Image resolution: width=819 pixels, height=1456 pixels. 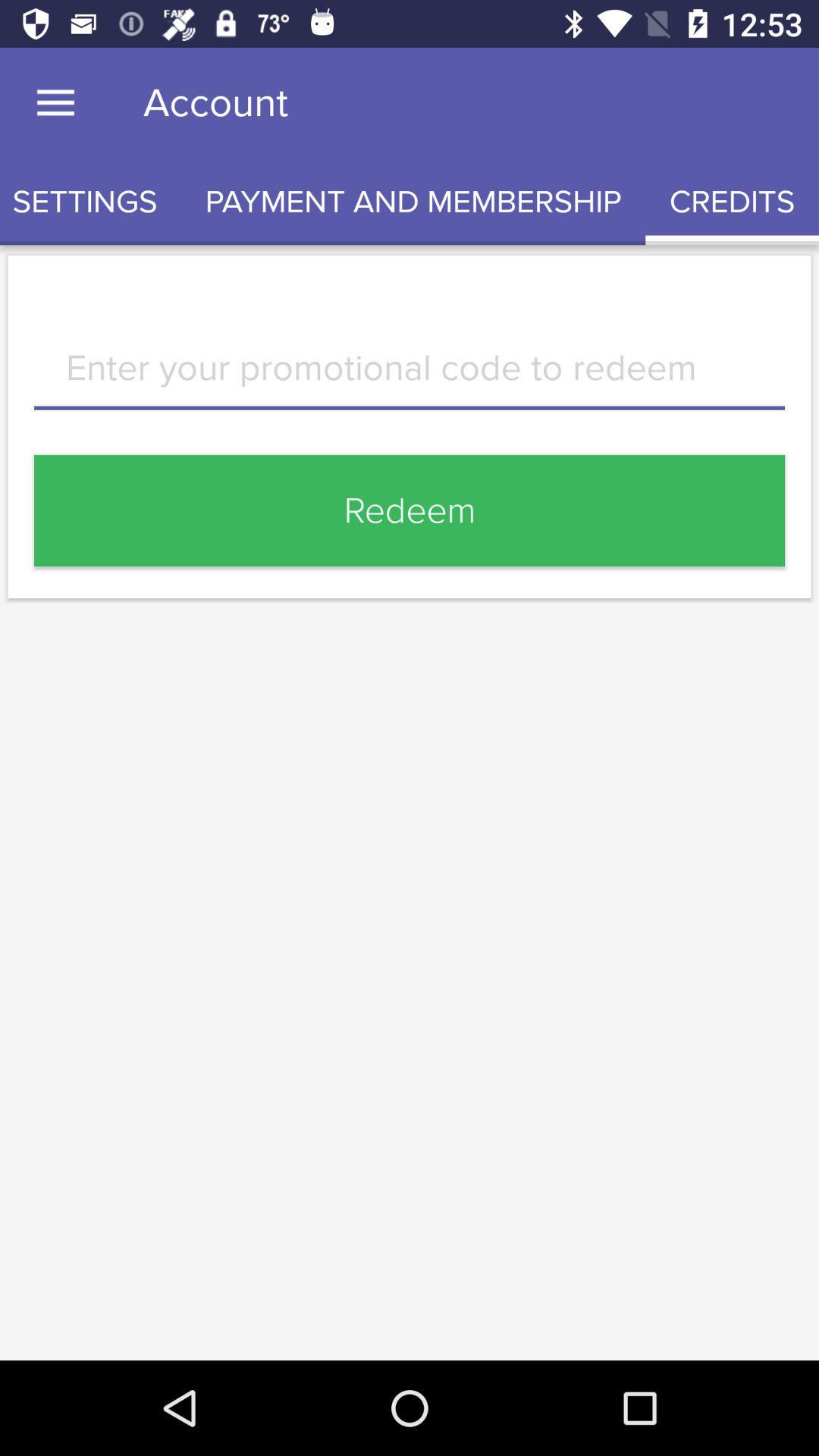 What do you see at coordinates (731, 201) in the screenshot?
I see `the item next to the payment and membership` at bounding box center [731, 201].